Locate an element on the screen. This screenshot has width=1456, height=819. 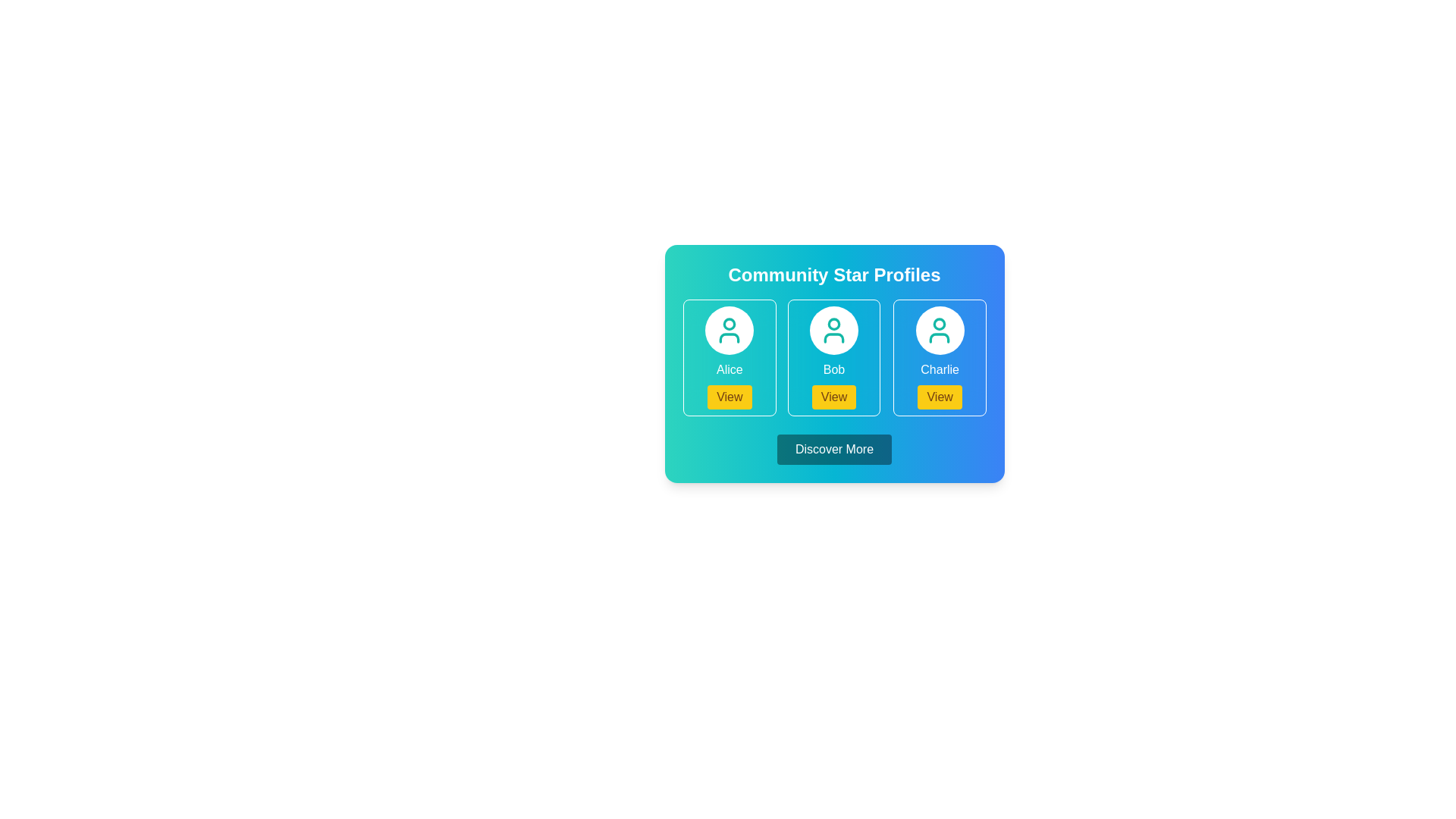
the Static Text element that displays the name associated with the central user profile, located beneath the user avatar and above the 'View' button is located at coordinates (833, 370).